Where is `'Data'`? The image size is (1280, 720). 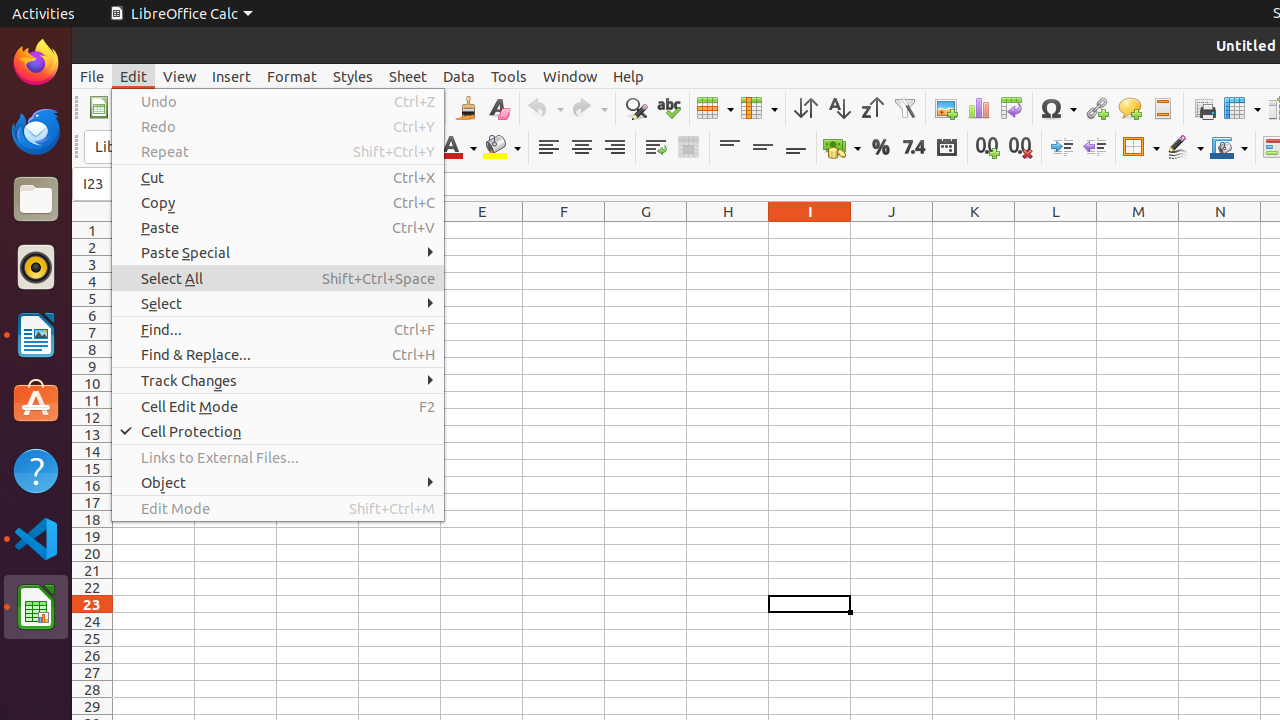
'Data' is located at coordinates (458, 75).